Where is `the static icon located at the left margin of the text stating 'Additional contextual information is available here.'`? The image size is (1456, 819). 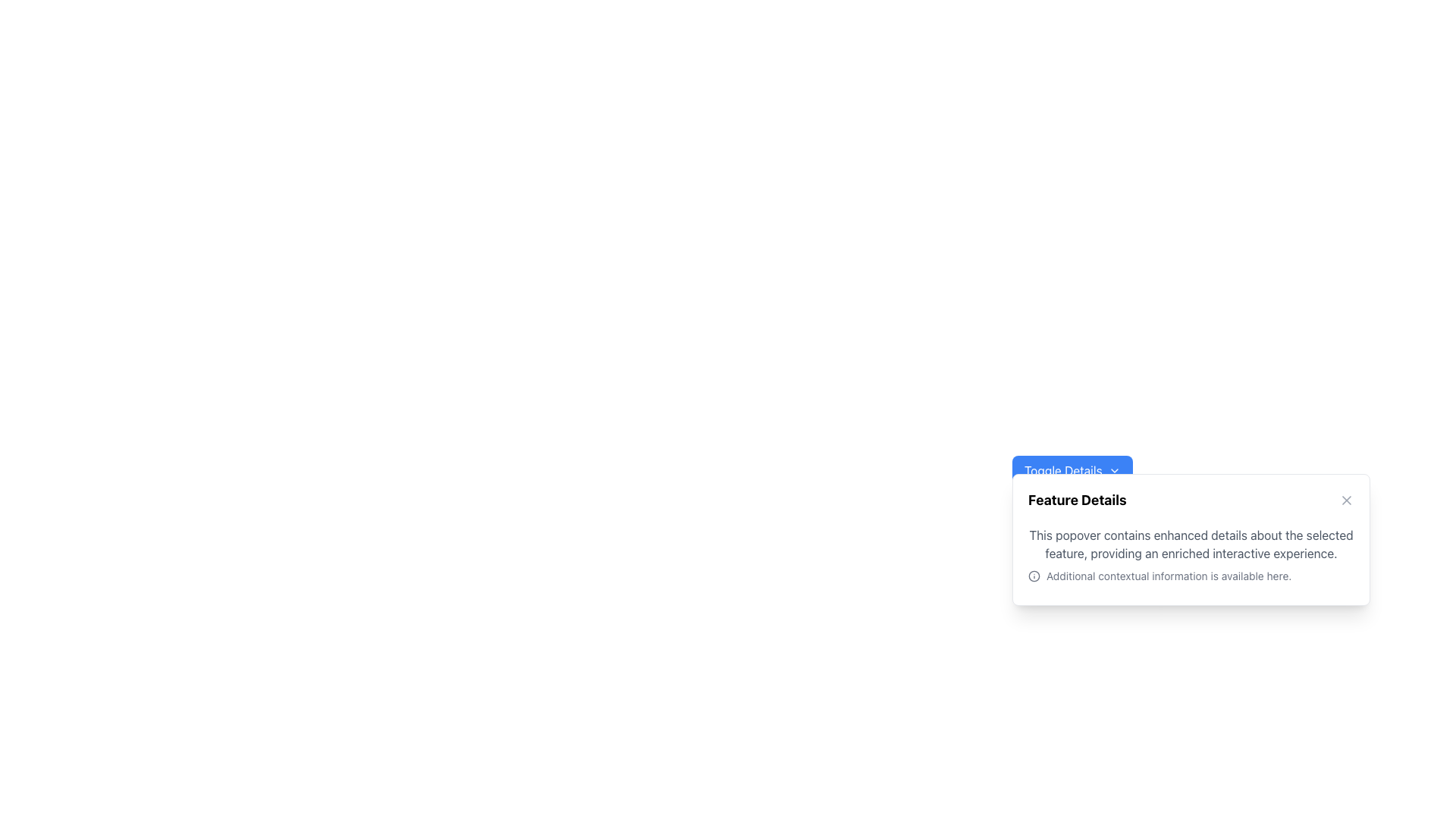
the static icon located at the left margin of the text stating 'Additional contextual information is available here.' is located at coordinates (1033, 576).